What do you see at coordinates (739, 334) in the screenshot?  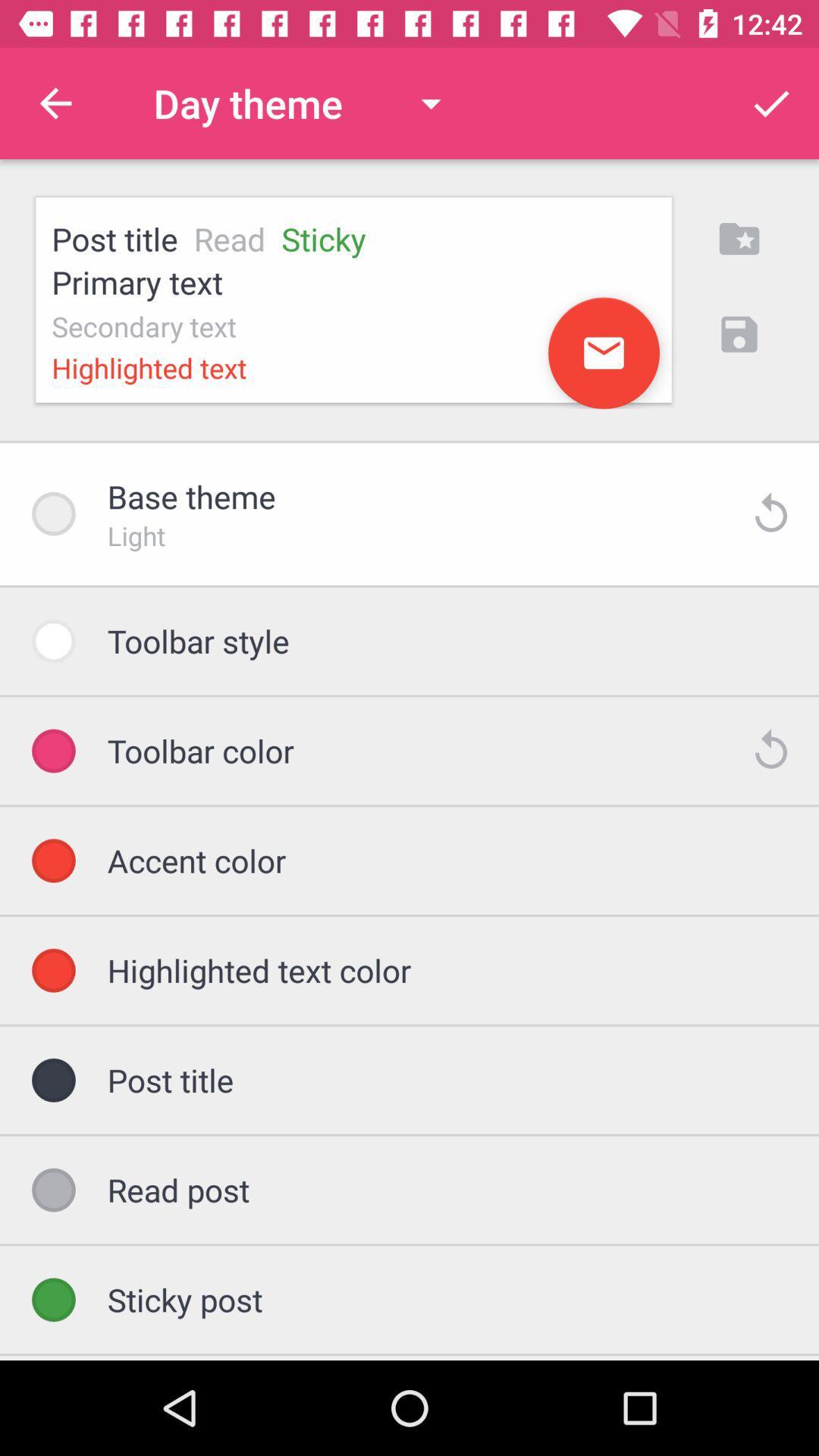 I see `the save icon` at bounding box center [739, 334].